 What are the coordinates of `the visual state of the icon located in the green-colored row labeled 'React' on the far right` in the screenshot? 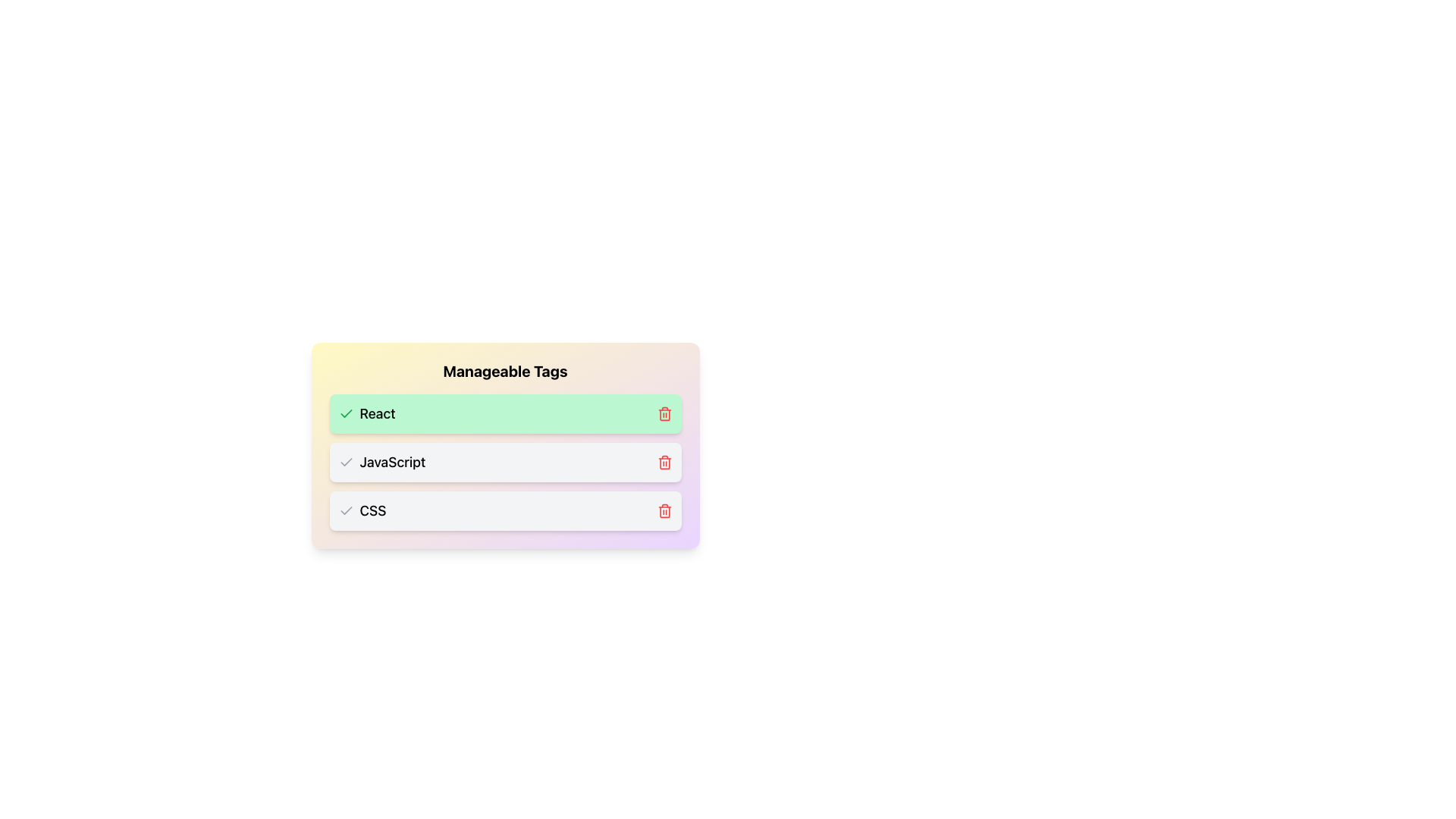 It's located at (345, 413).